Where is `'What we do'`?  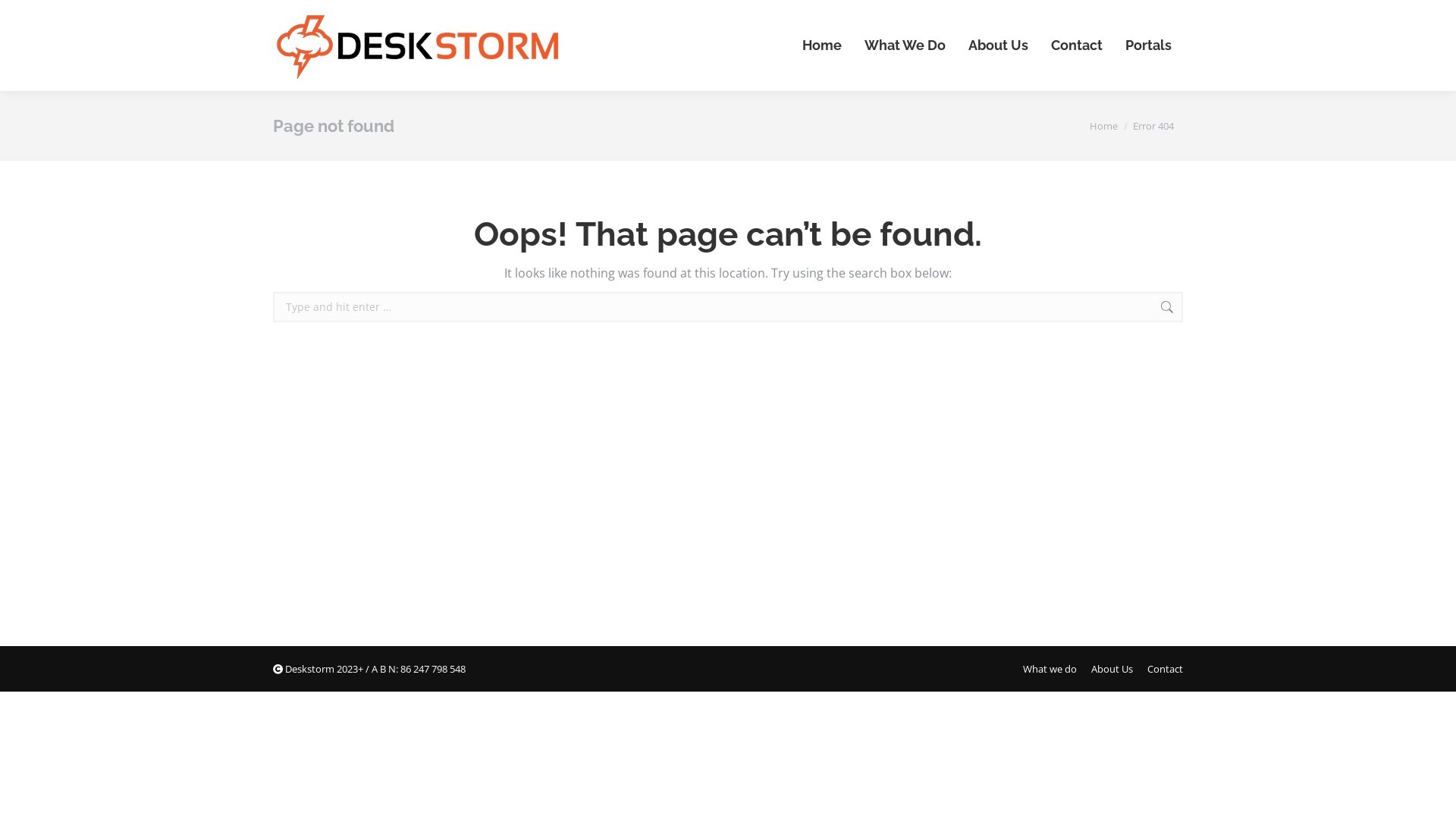 'What we do' is located at coordinates (1022, 667).